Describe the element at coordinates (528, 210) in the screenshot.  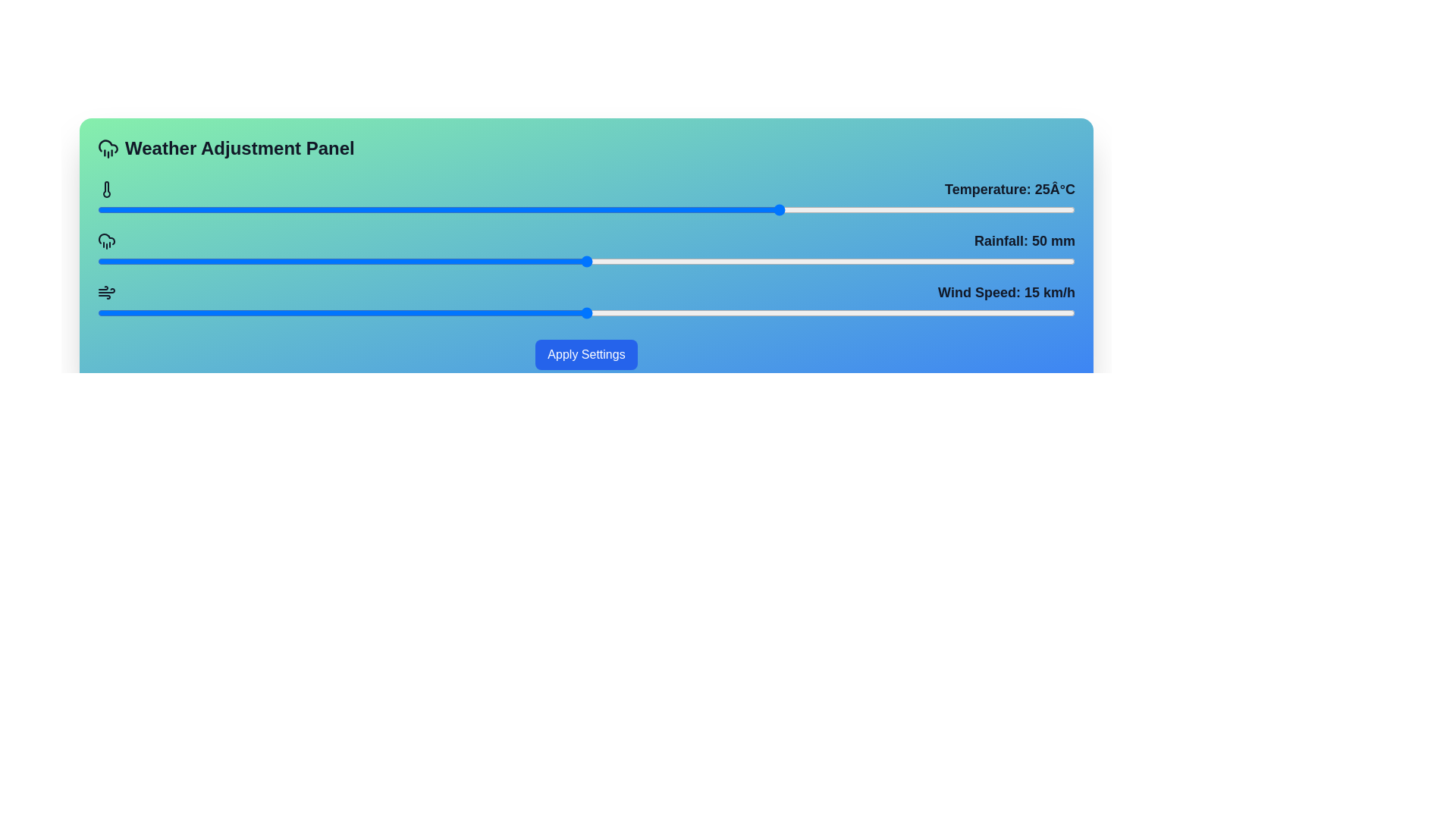
I see `the temperature slider` at that location.